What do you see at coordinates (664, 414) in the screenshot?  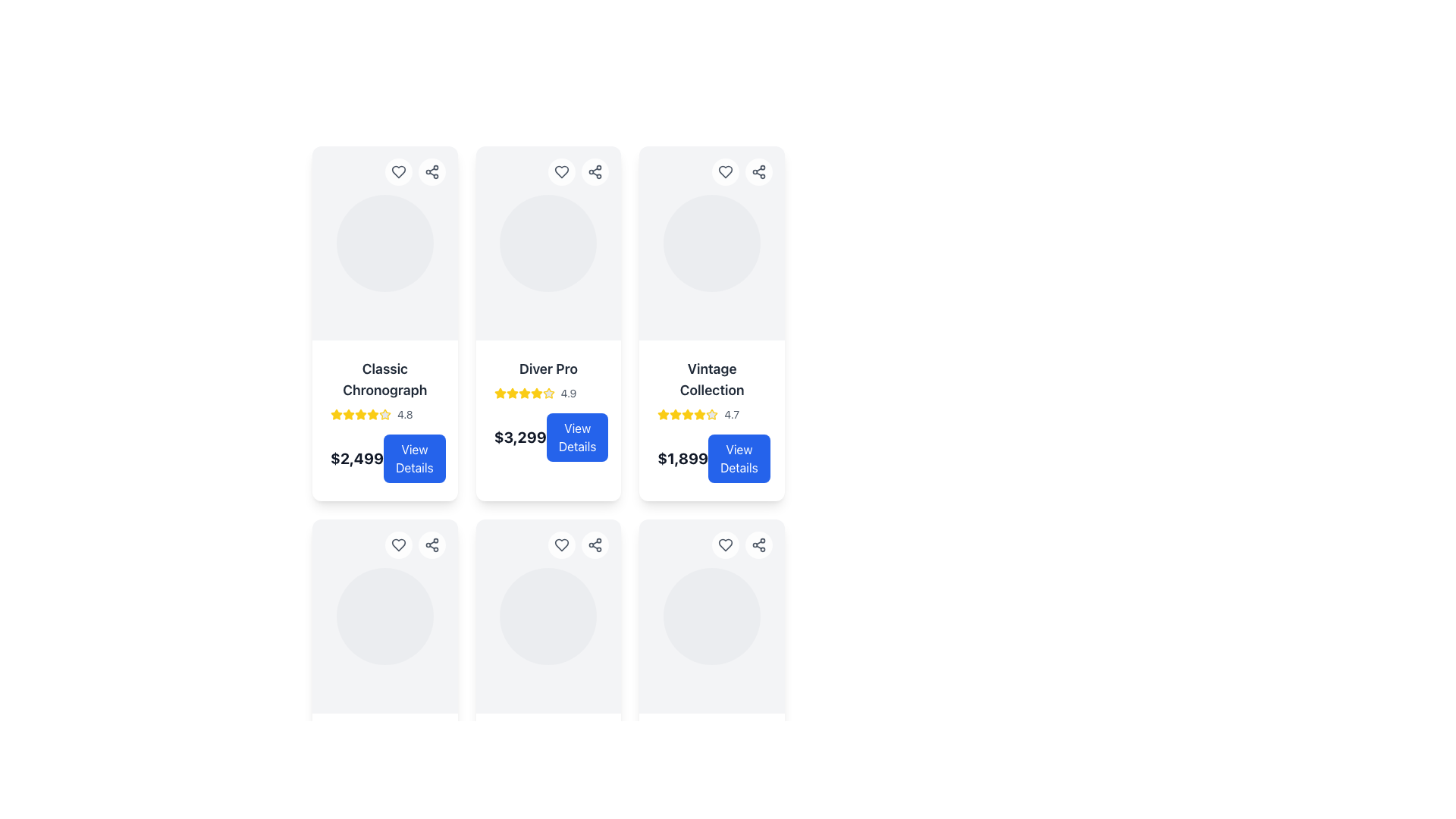 I see `the star icon representing the third rating in the 'Vintage Collection' product card located in the top-right panel of the interface` at bounding box center [664, 414].